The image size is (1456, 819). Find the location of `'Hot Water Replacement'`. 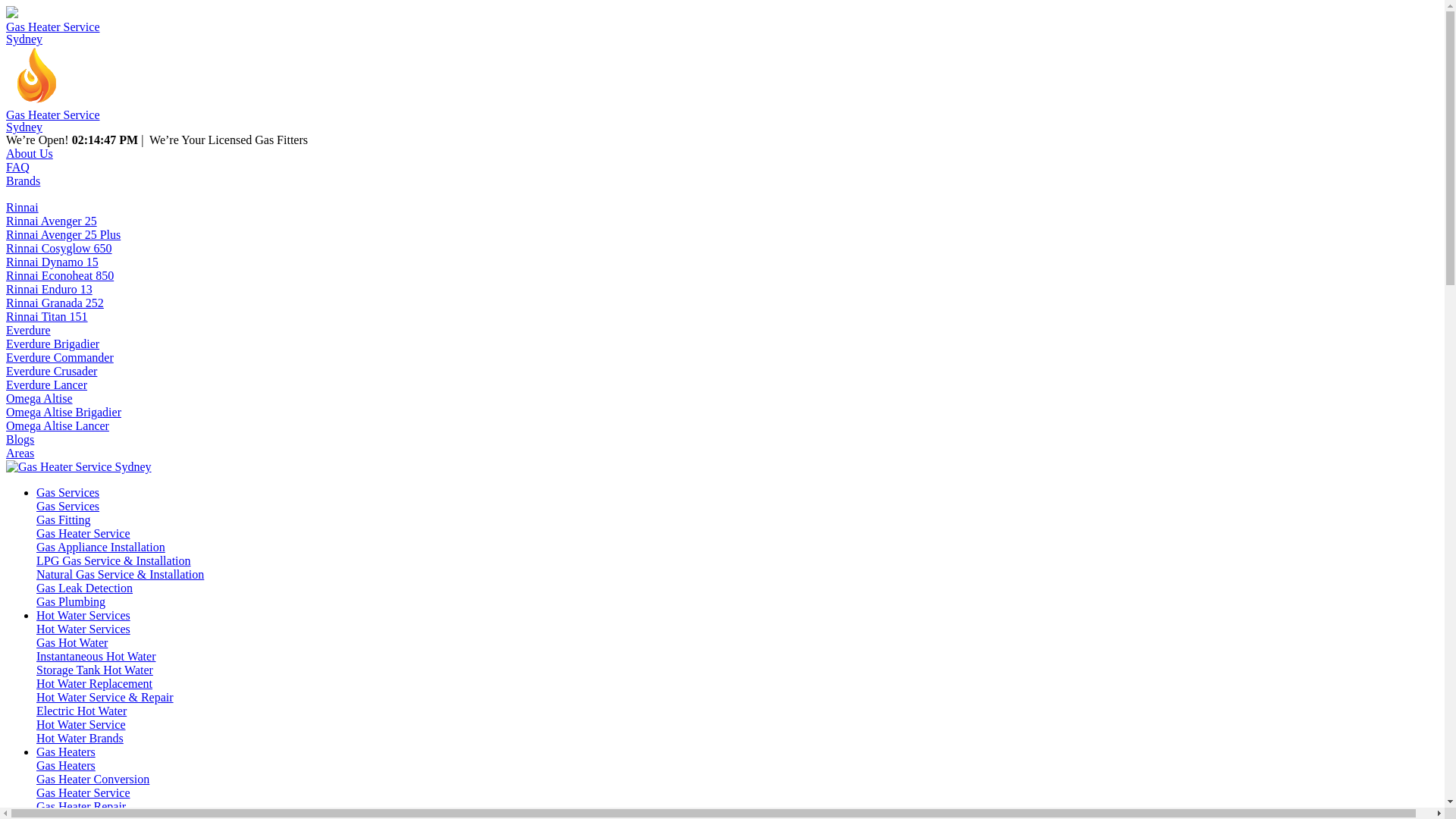

'Hot Water Replacement' is located at coordinates (36, 683).